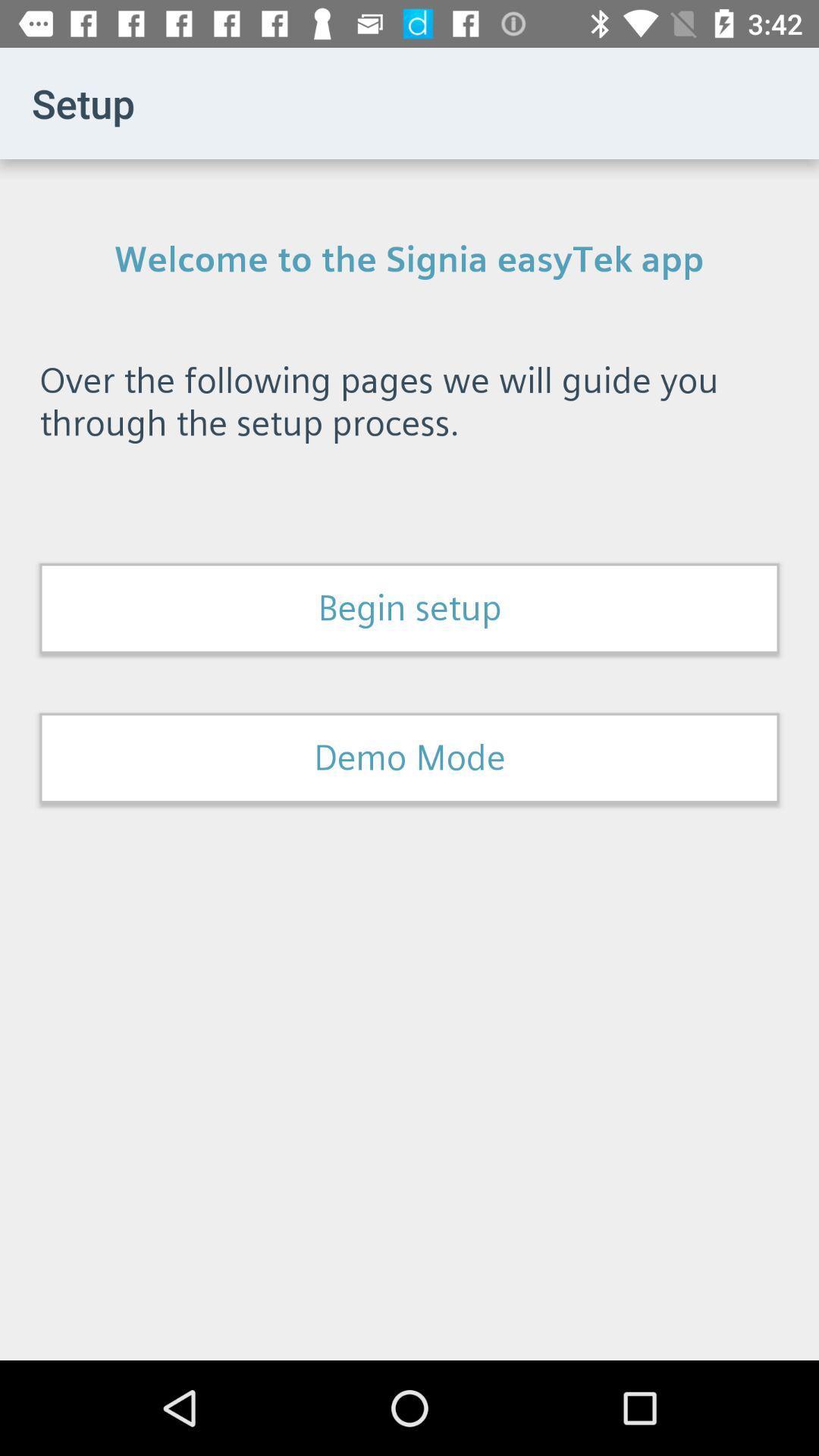  Describe the element at coordinates (409, 608) in the screenshot. I see `the item above the demo mode item` at that location.